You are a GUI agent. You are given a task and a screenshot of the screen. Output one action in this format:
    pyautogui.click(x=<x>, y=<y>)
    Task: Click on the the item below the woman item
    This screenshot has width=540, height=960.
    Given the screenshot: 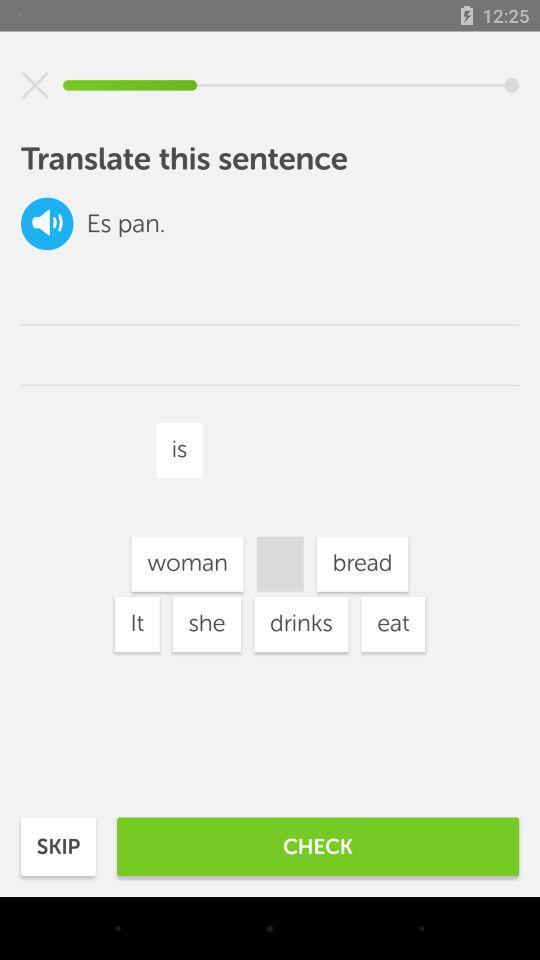 What is the action you would take?
    pyautogui.click(x=136, y=623)
    